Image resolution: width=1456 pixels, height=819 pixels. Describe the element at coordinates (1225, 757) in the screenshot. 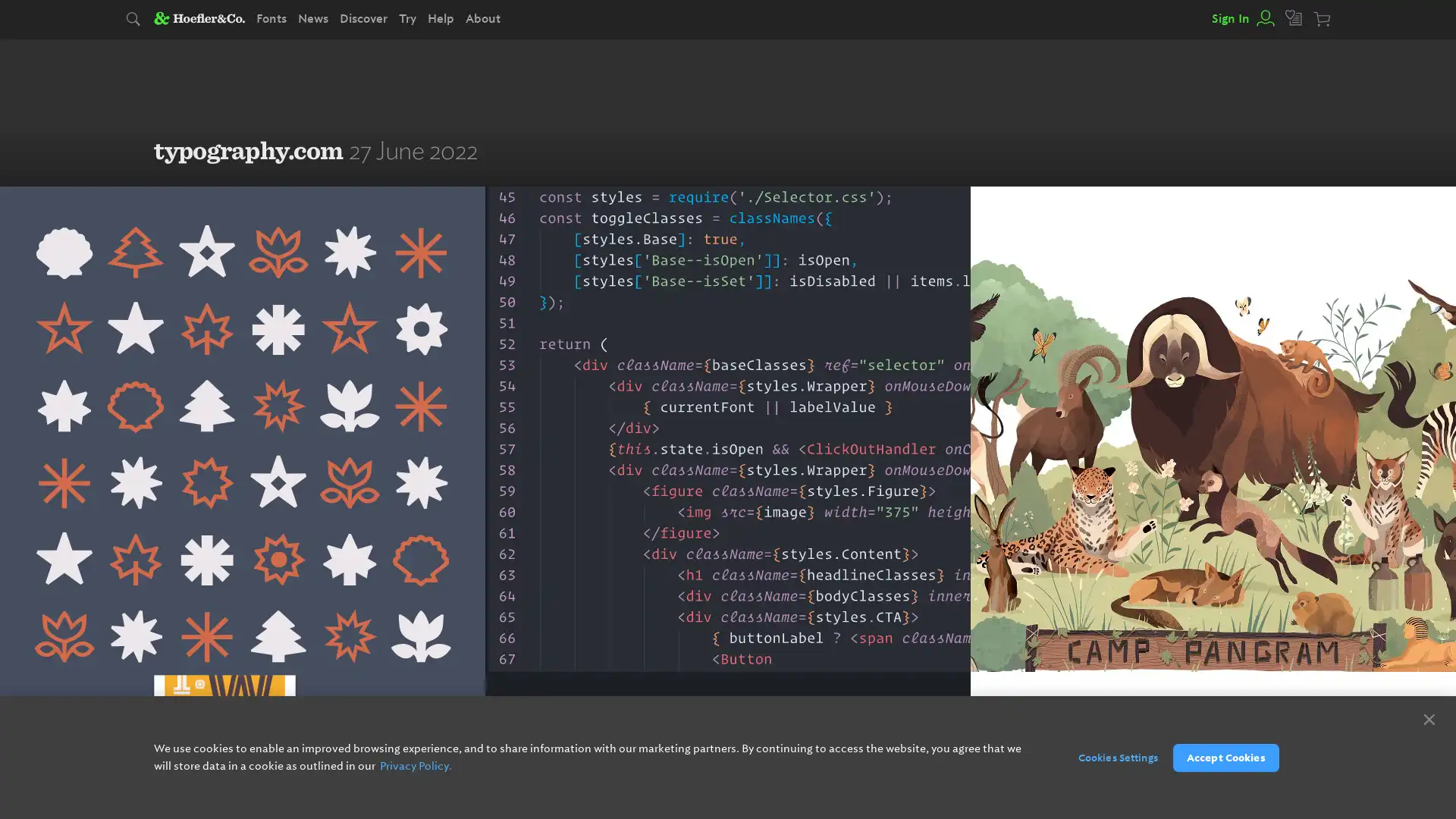

I see `Accept Cookies` at that location.